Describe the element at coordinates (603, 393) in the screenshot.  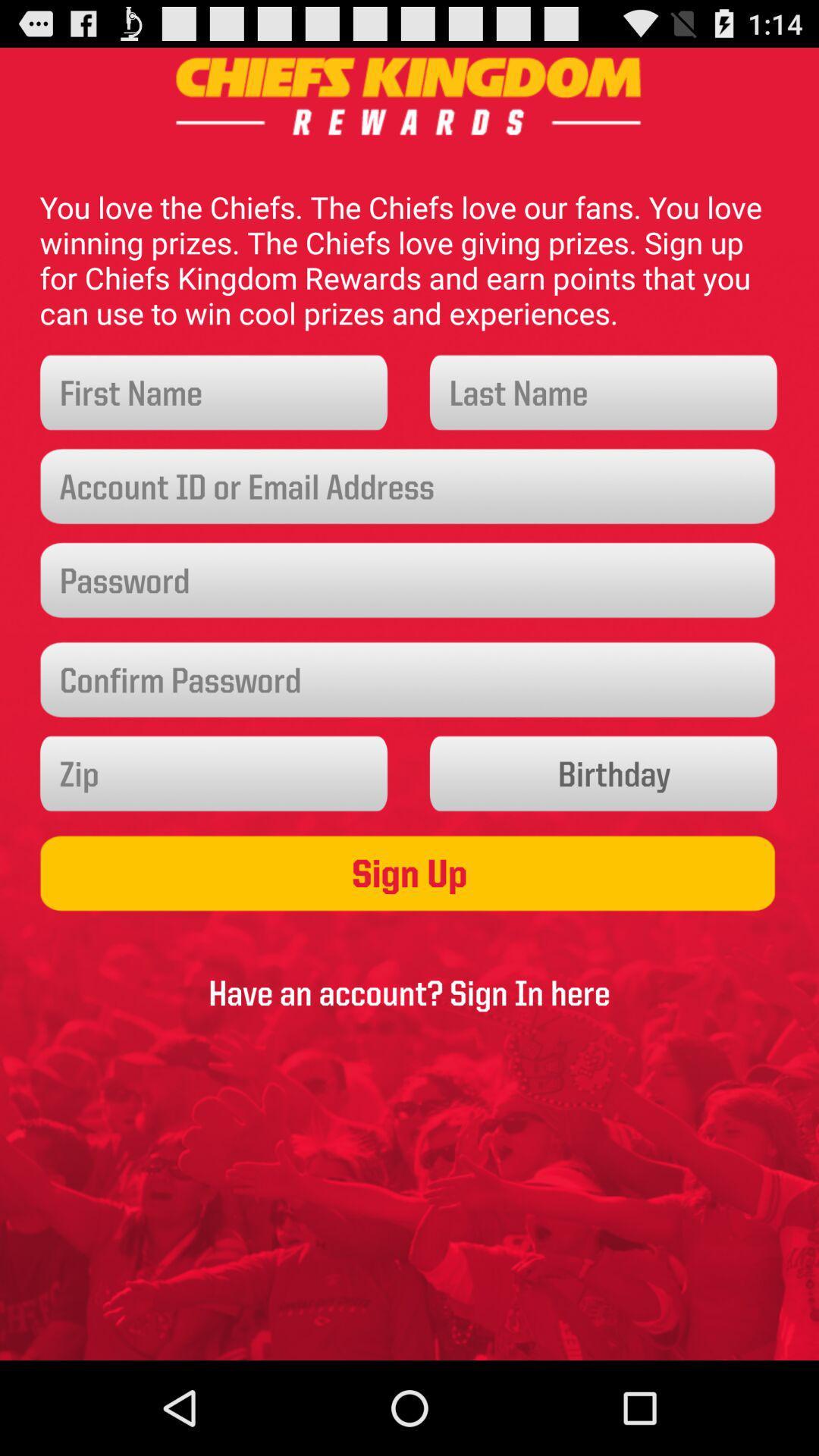
I see `last name` at that location.